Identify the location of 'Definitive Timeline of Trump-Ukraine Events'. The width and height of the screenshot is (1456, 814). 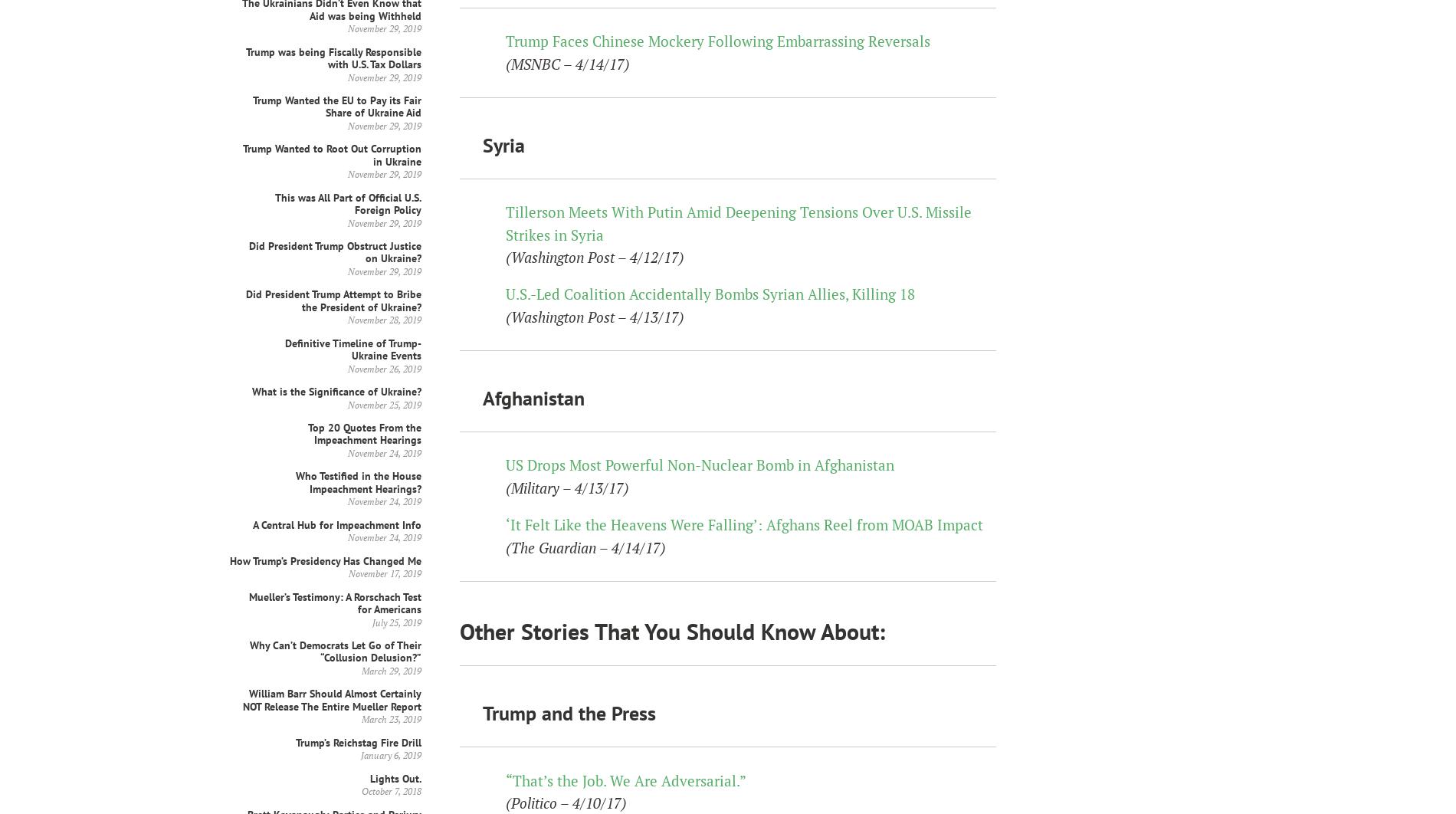
(352, 347).